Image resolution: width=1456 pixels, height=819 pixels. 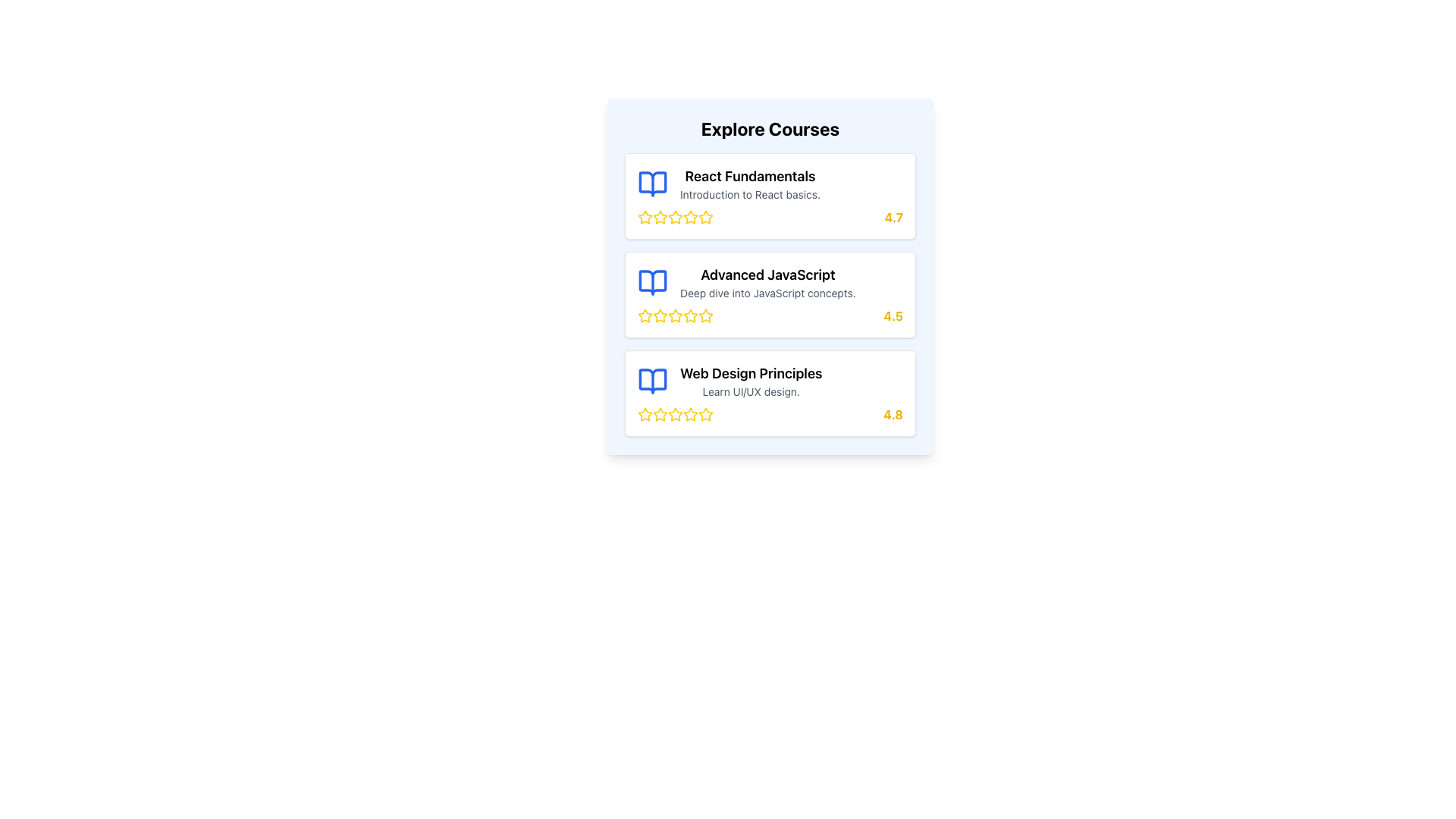 I want to click on the text label displaying '4.7' in bold yellow, located at the top-right corner of the first course's section, following the star icons, so click(x=893, y=217).